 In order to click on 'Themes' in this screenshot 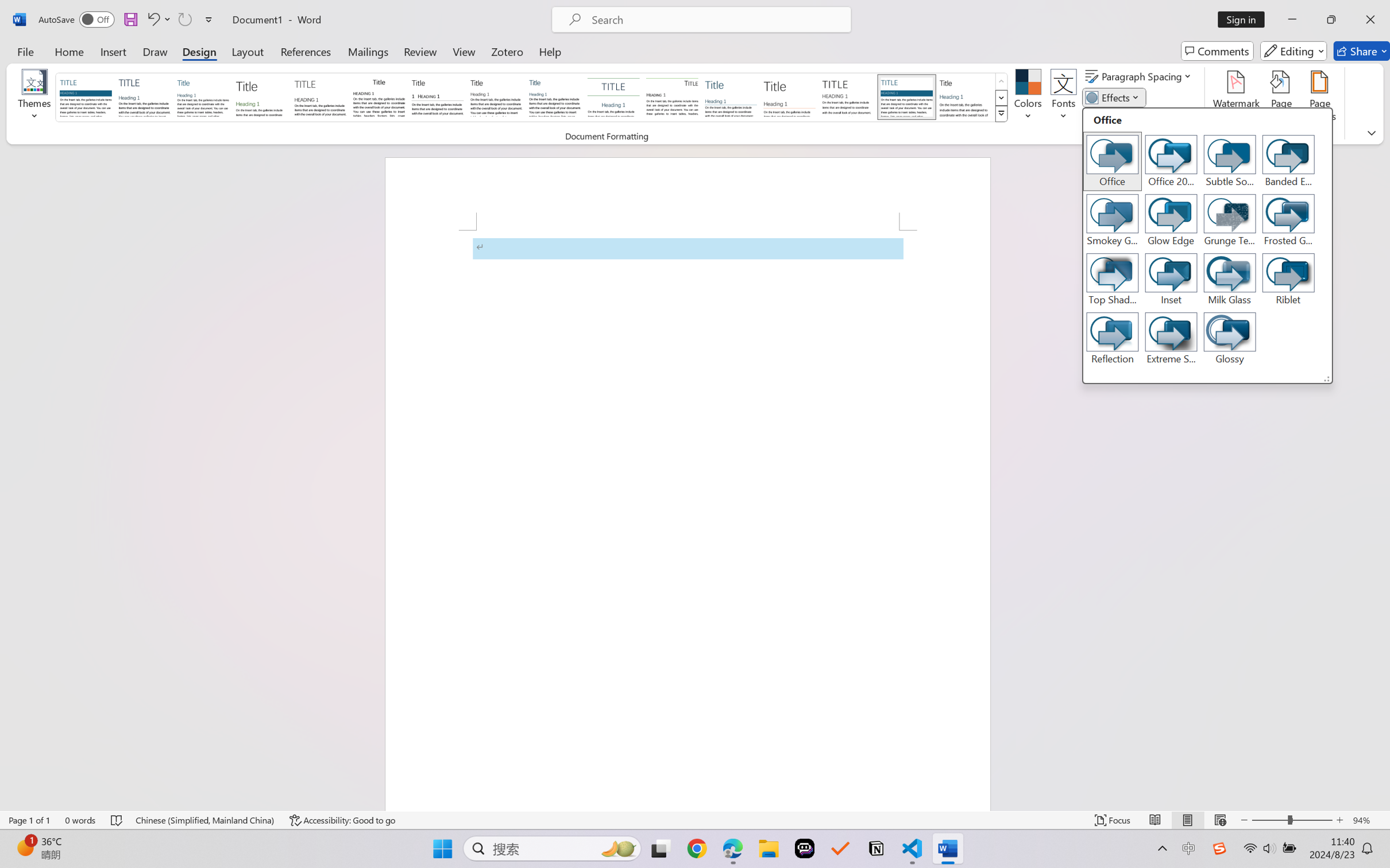, I will do `click(34, 98)`.